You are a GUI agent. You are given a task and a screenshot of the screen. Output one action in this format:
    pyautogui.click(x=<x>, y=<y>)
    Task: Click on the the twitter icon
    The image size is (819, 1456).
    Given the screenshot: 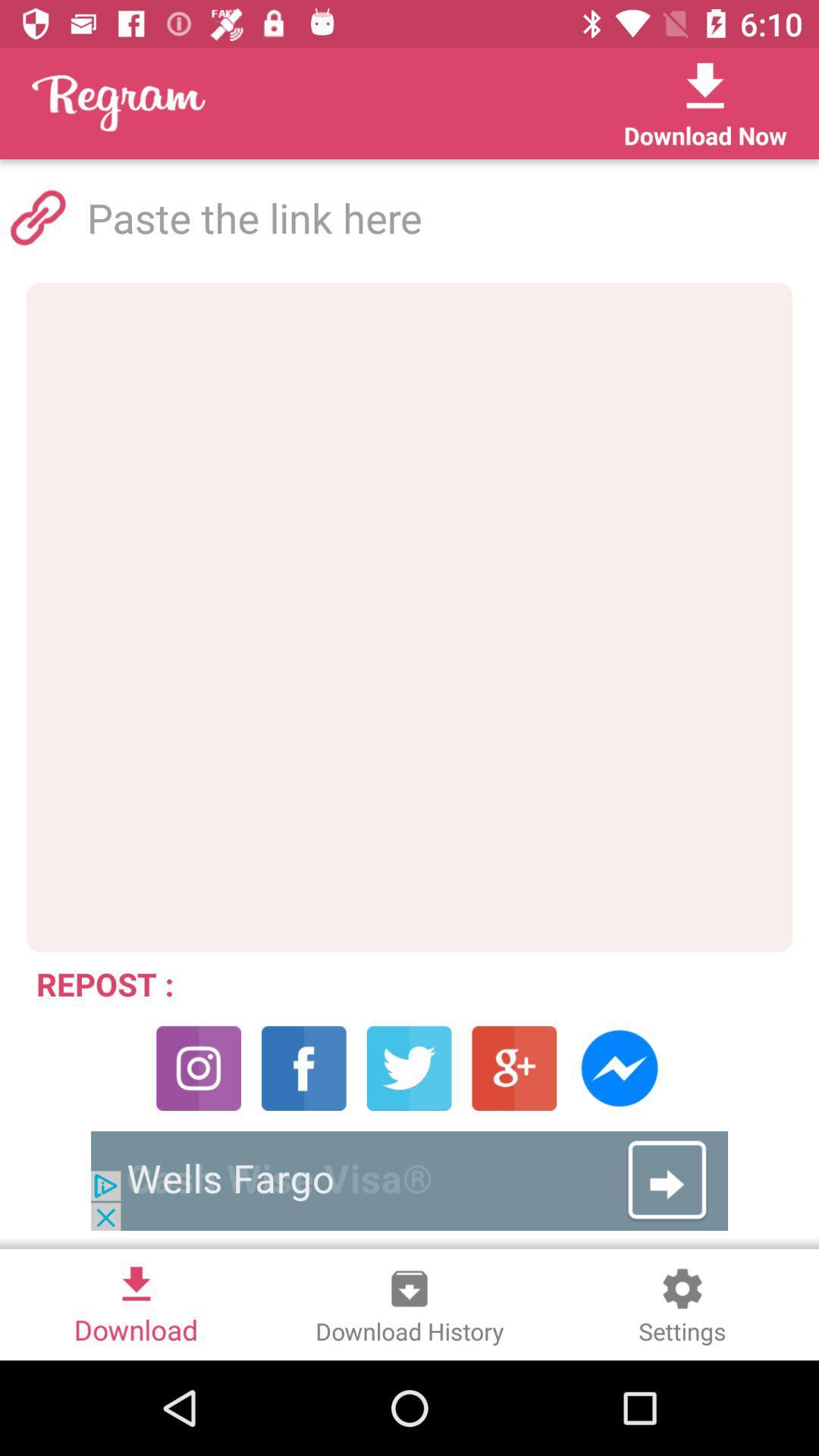 What is the action you would take?
    pyautogui.click(x=408, y=1067)
    